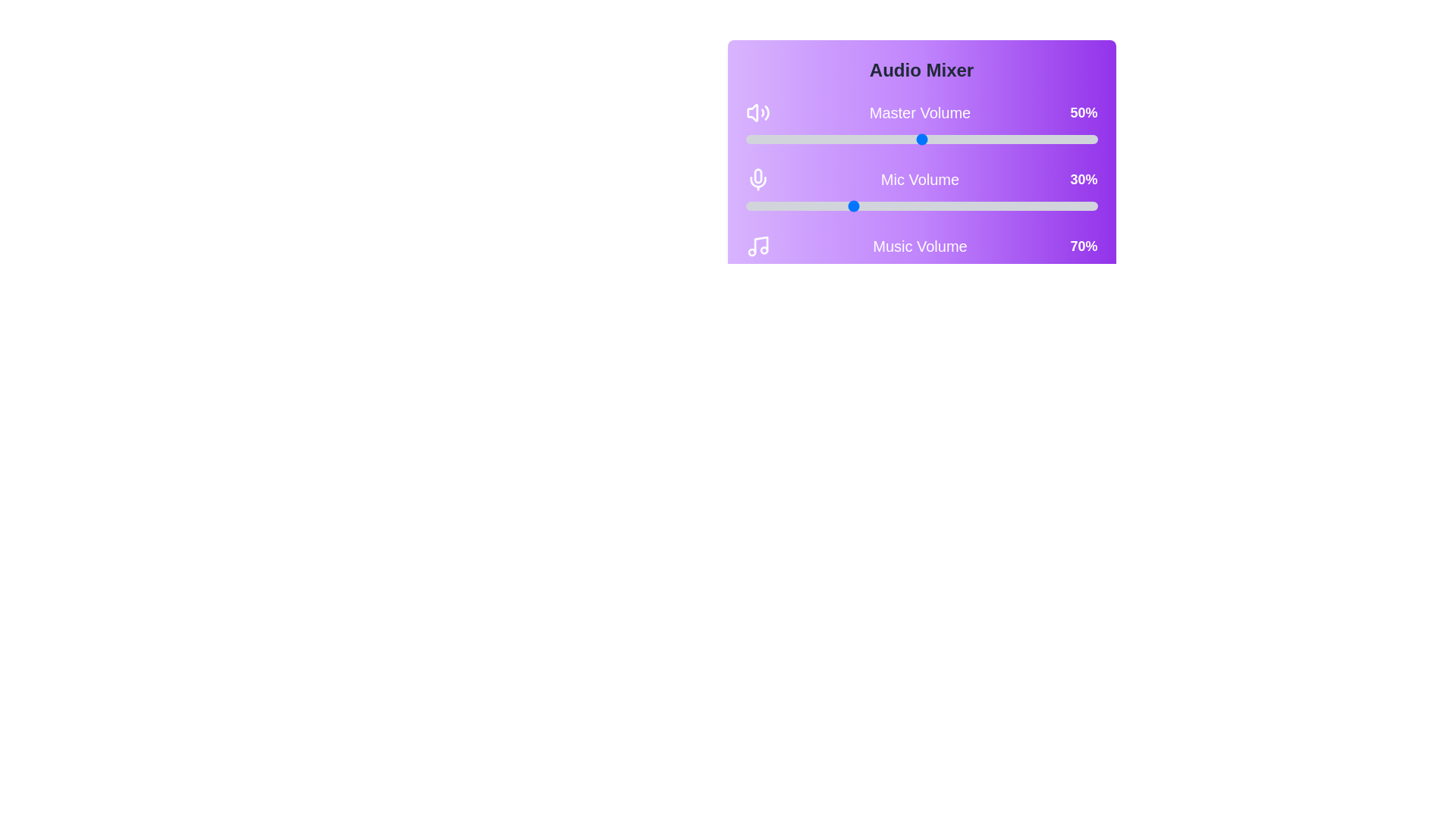 The width and height of the screenshot is (1456, 819). Describe the element at coordinates (977, 206) in the screenshot. I see `the microphone volume` at that location.